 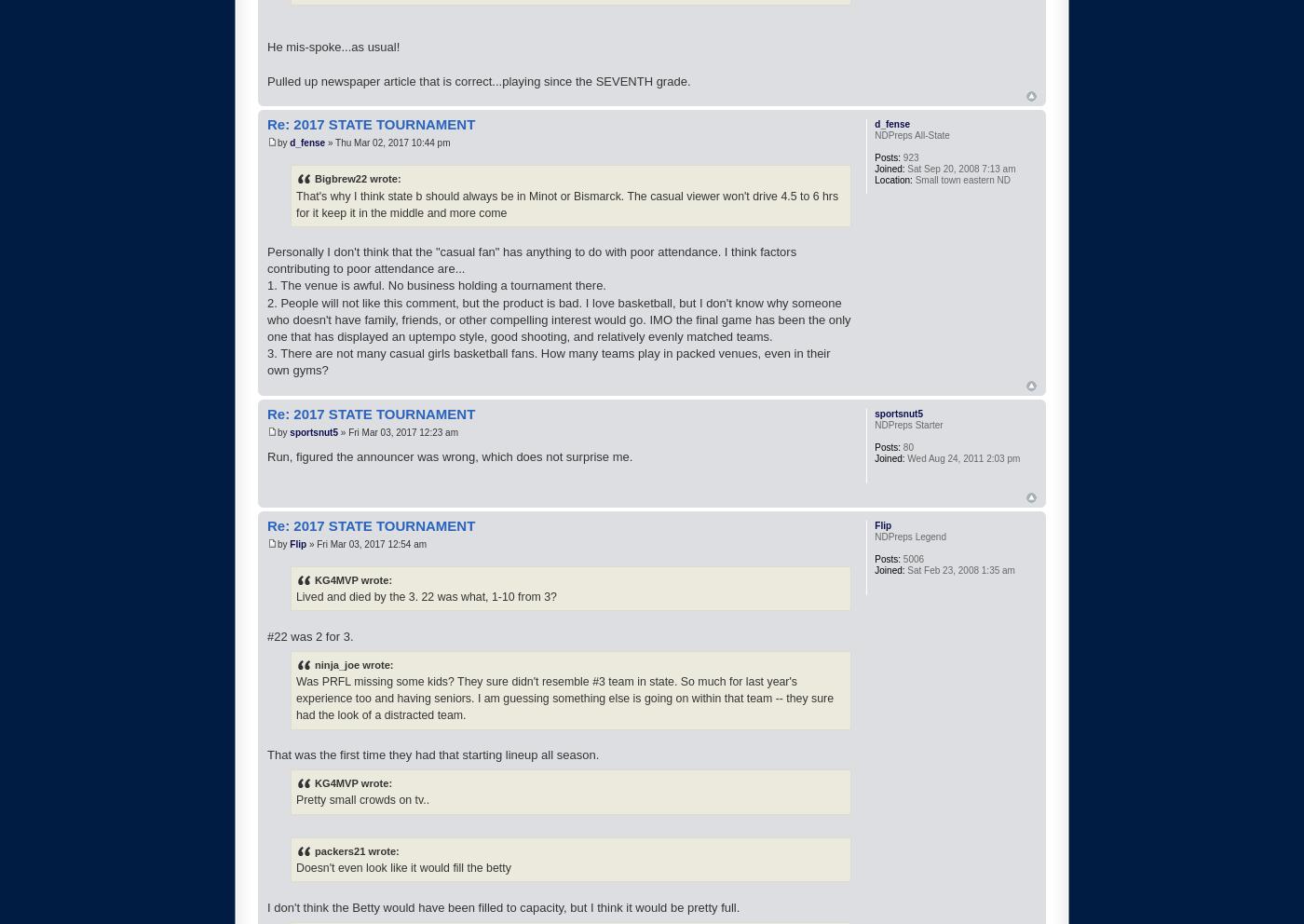 I want to click on '» Fri Mar 03, 2017 12:23 am', so click(x=398, y=431).